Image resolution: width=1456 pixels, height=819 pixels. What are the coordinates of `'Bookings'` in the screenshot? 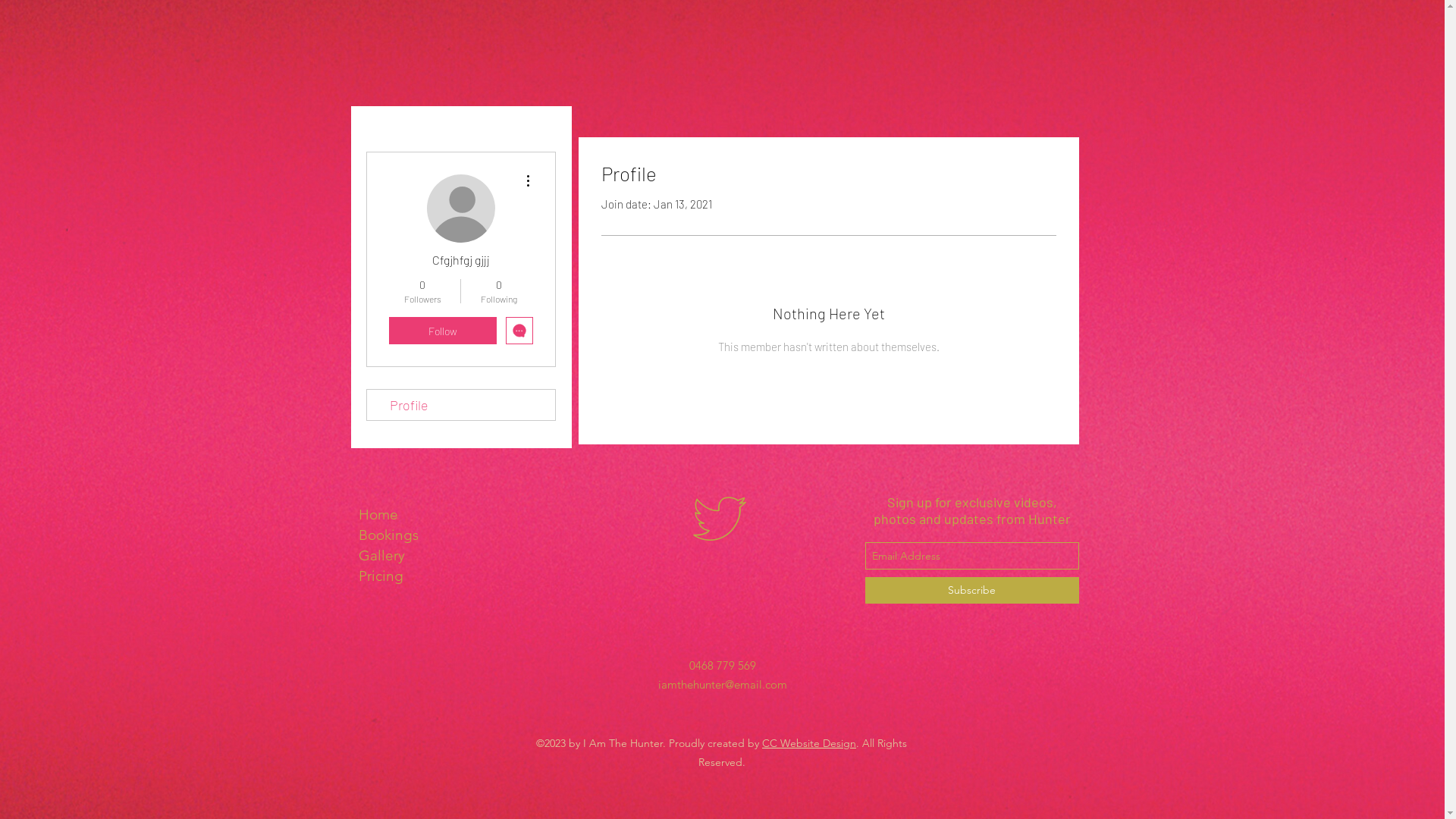 It's located at (356, 534).